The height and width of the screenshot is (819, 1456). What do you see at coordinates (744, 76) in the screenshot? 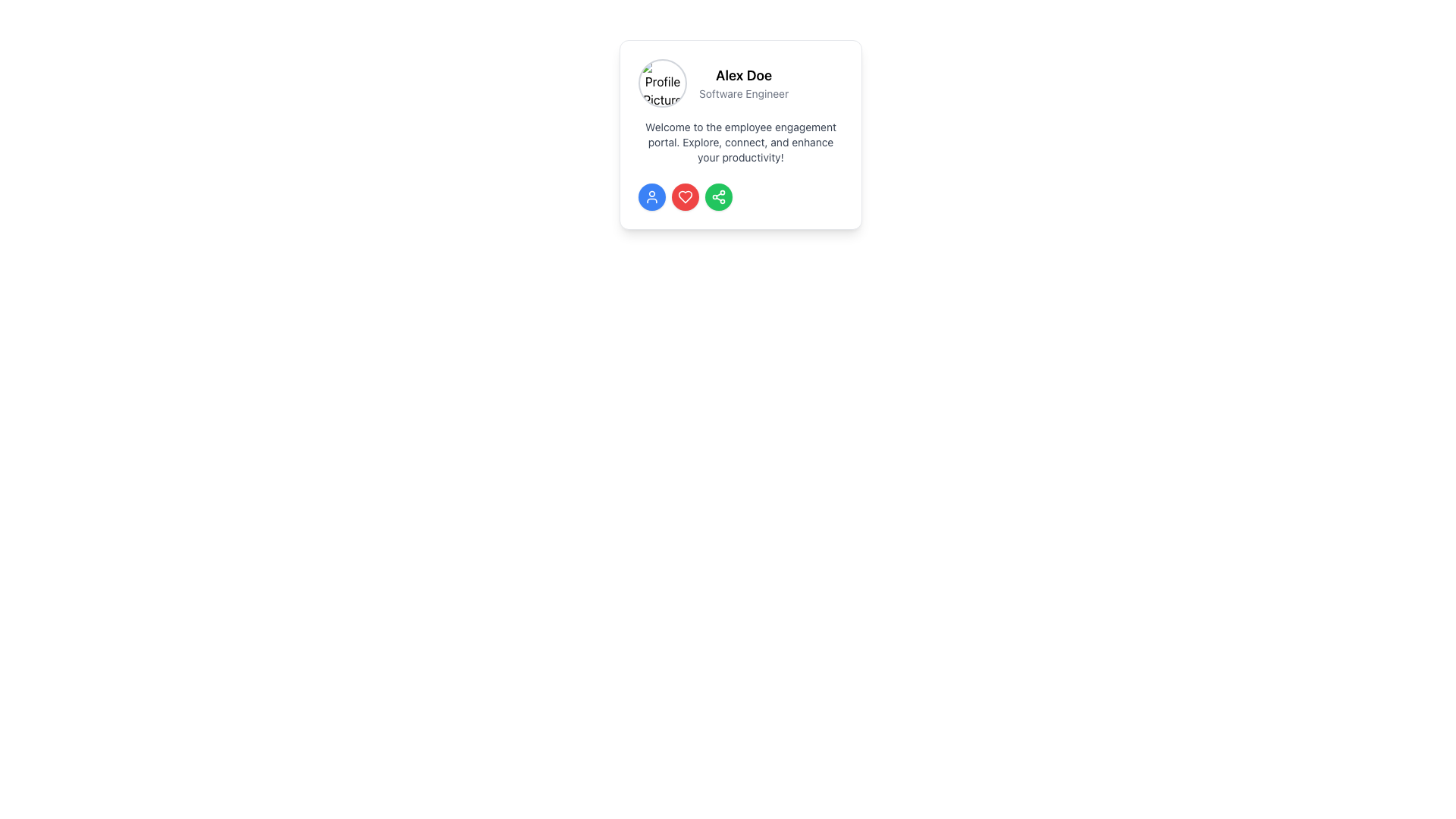
I see `text content 'Alex Doe' displayed in bold font, located in the top right section of a card layout, next to a profile picture and above the subtitle 'Software Engineer'` at bounding box center [744, 76].